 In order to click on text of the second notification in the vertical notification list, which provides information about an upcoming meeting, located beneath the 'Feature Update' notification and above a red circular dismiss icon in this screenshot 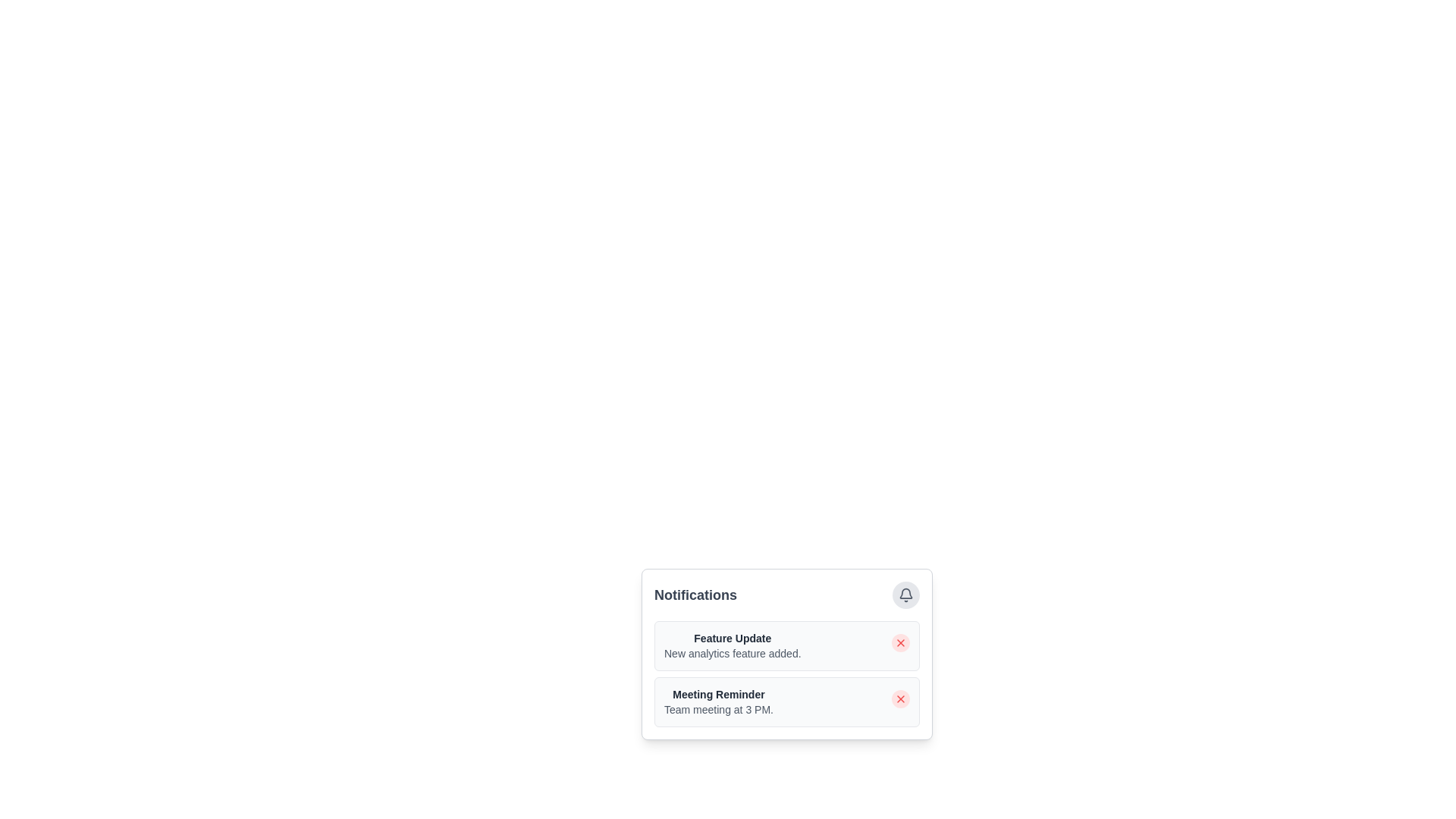, I will do `click(717, 701)`.